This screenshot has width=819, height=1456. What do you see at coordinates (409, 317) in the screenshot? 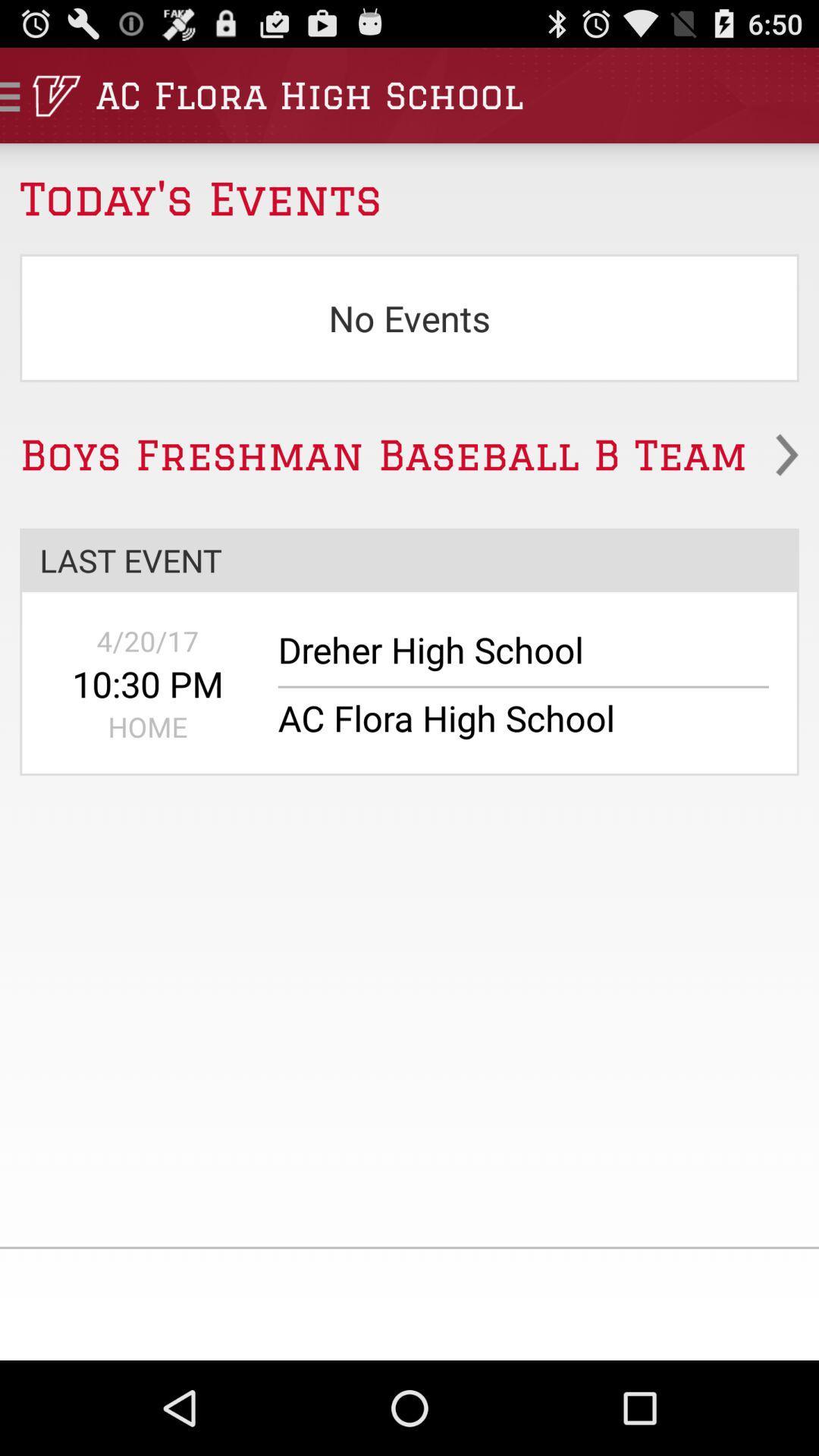
I see `the item below the today's events app` at bounding box center [409, 317].